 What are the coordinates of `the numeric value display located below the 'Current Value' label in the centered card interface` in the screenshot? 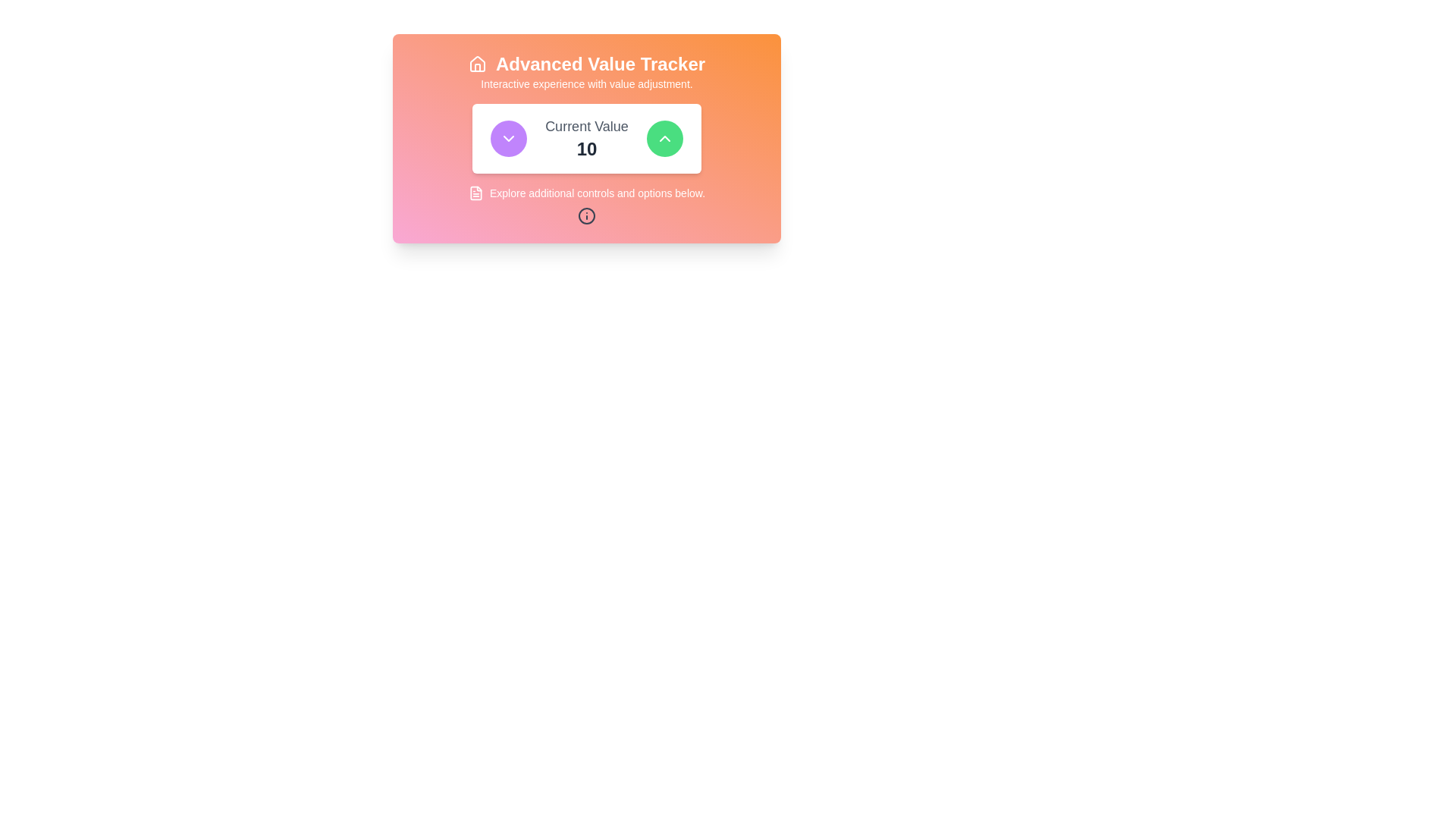 It's located at (585, 149).